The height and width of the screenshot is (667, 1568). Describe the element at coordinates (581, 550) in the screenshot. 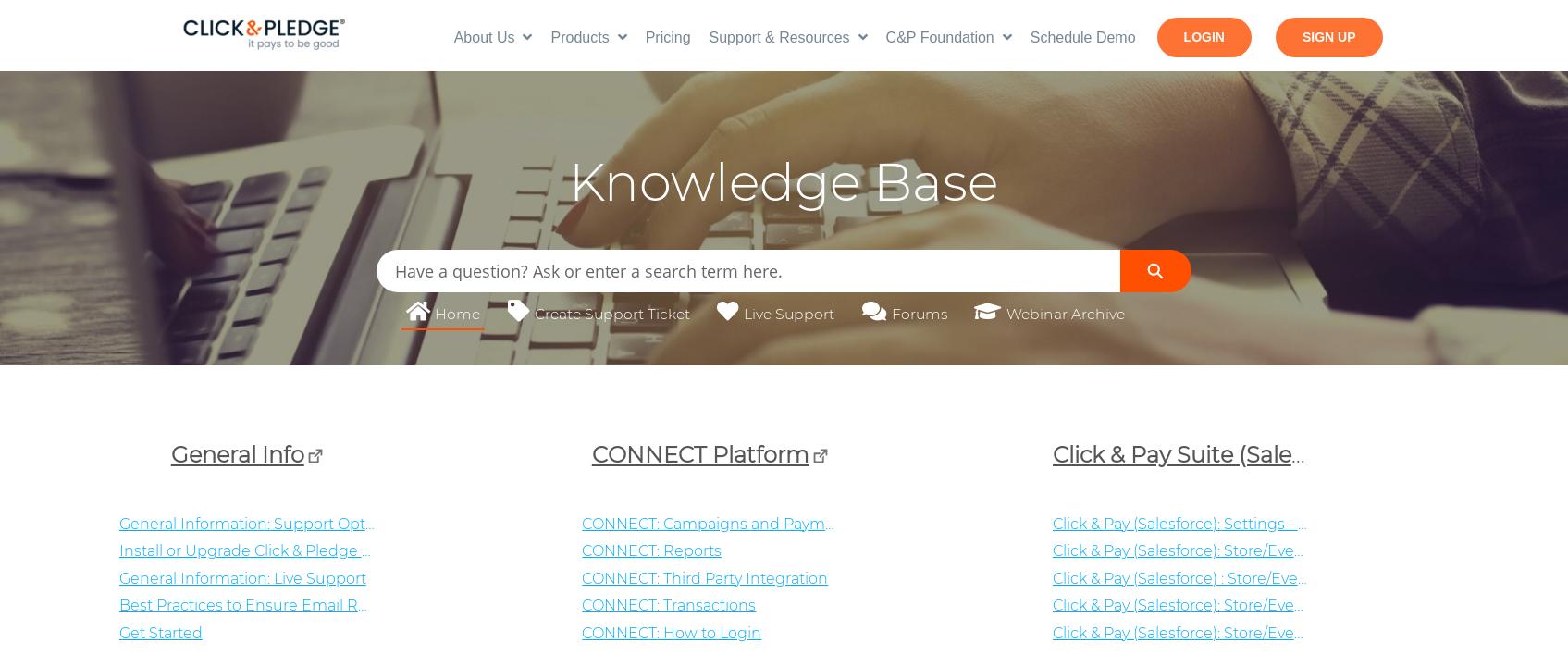

I see `'CONNECT: Reports'` at that location.